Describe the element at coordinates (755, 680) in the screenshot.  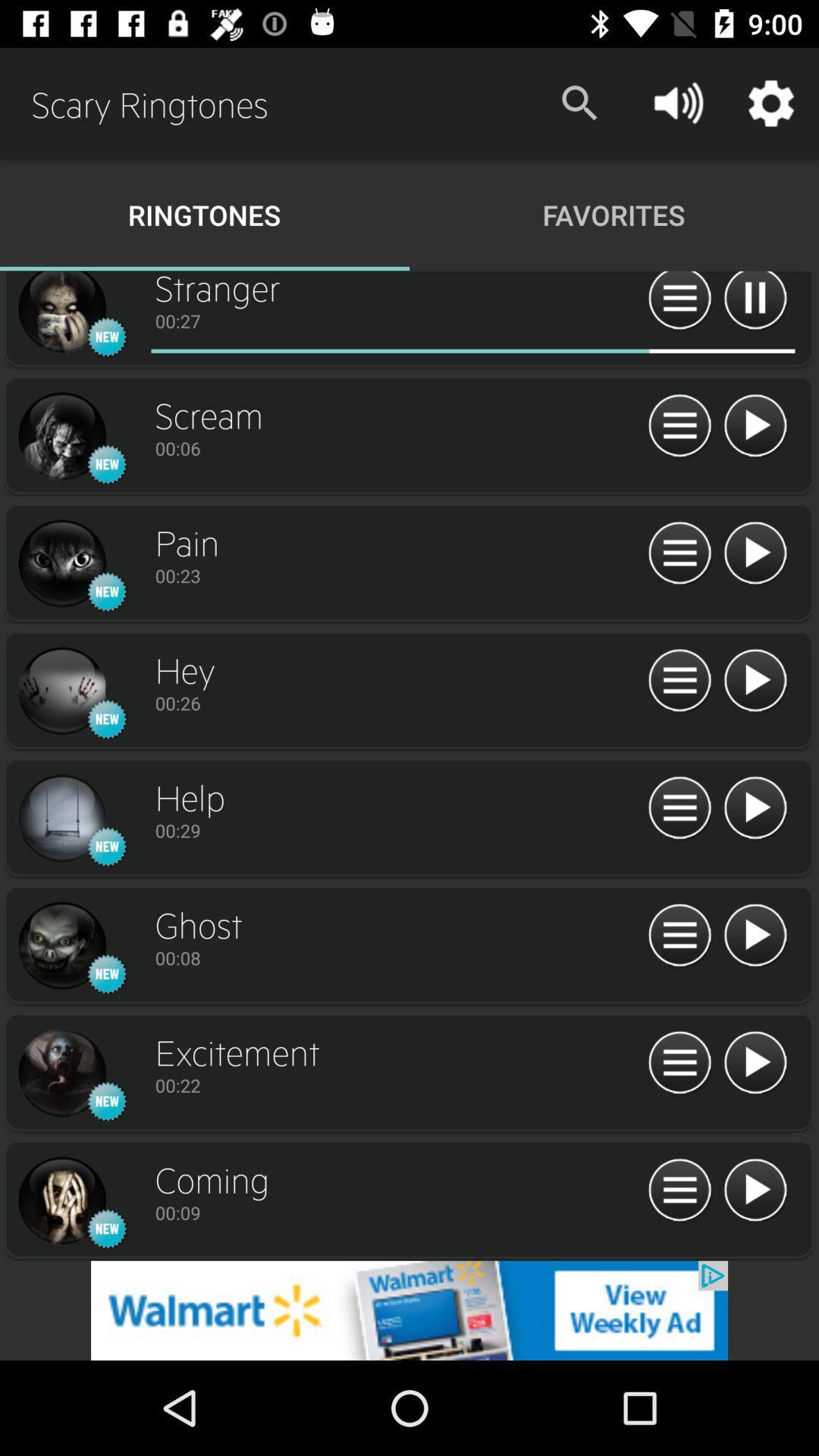
I see `play` at that location.